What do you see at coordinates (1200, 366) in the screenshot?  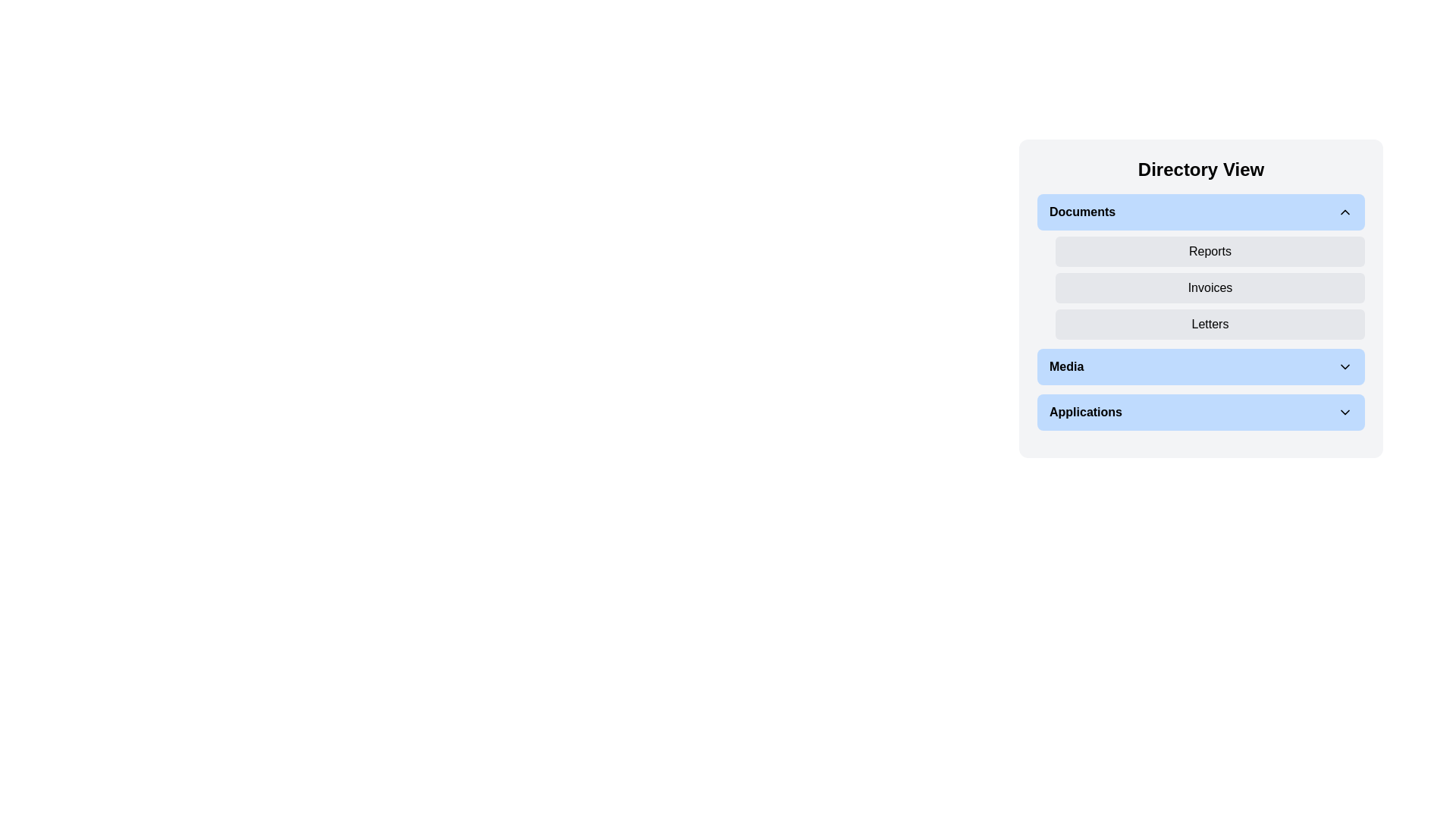 I see `the collapsible menu item for 'Media' located in the 'Directory View' section` at bounding box center [1200, 366].